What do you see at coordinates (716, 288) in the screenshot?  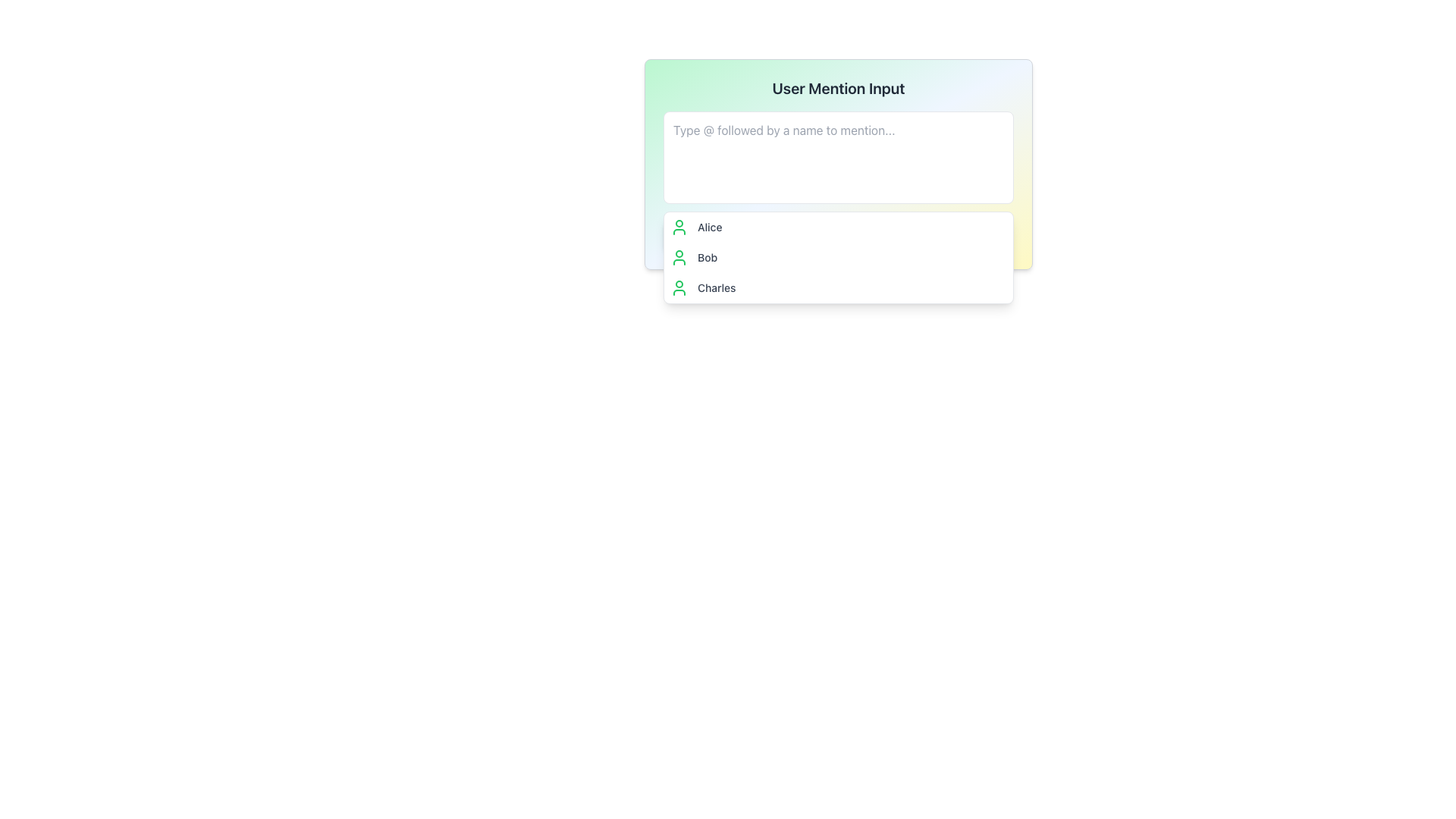 I see `the 'Charles' option in the third entry of the dropdown suggestion list` at bounding box center [716, 288].